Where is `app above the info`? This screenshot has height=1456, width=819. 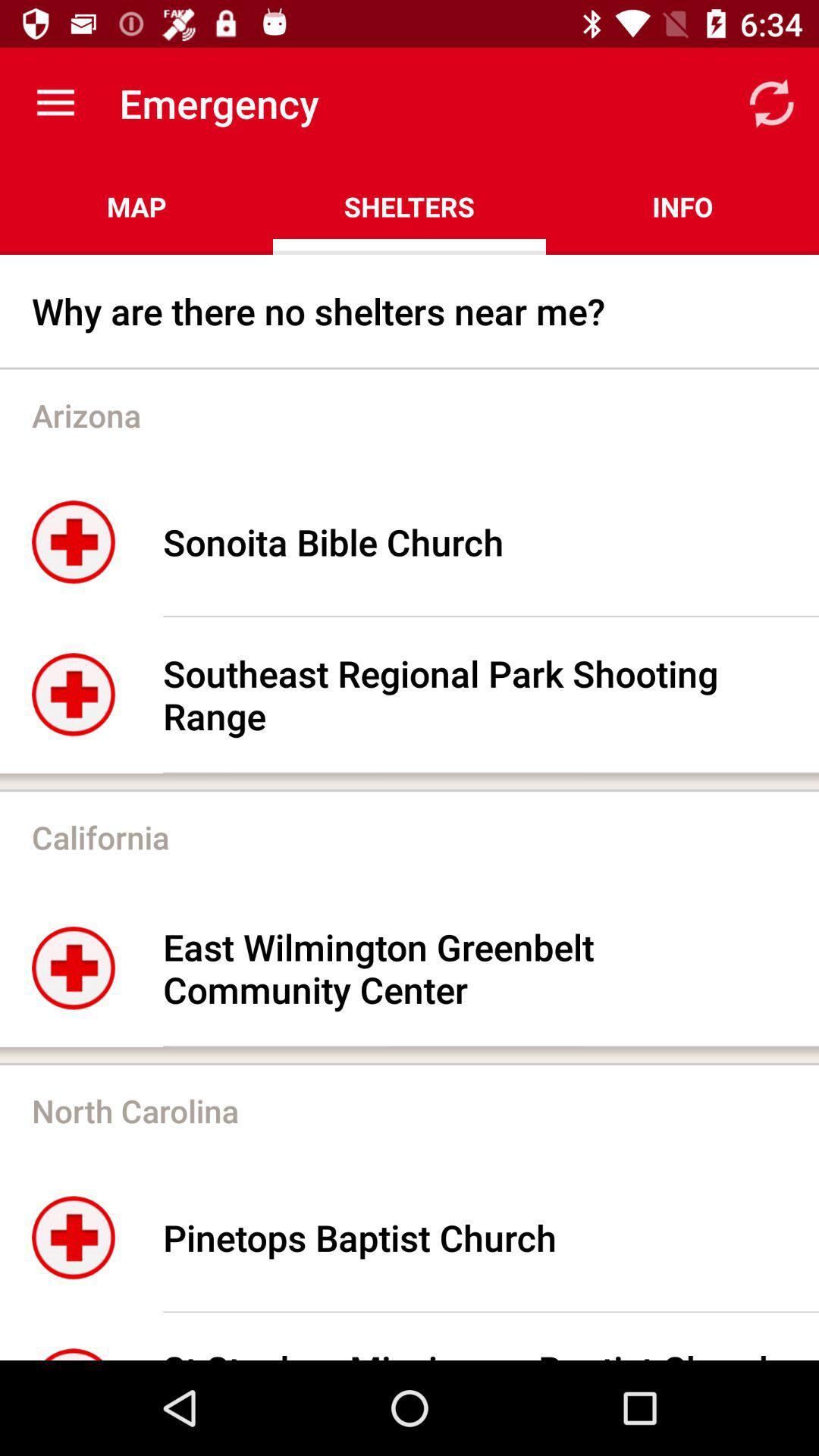 app above the info is located at coordinates (771, 102).